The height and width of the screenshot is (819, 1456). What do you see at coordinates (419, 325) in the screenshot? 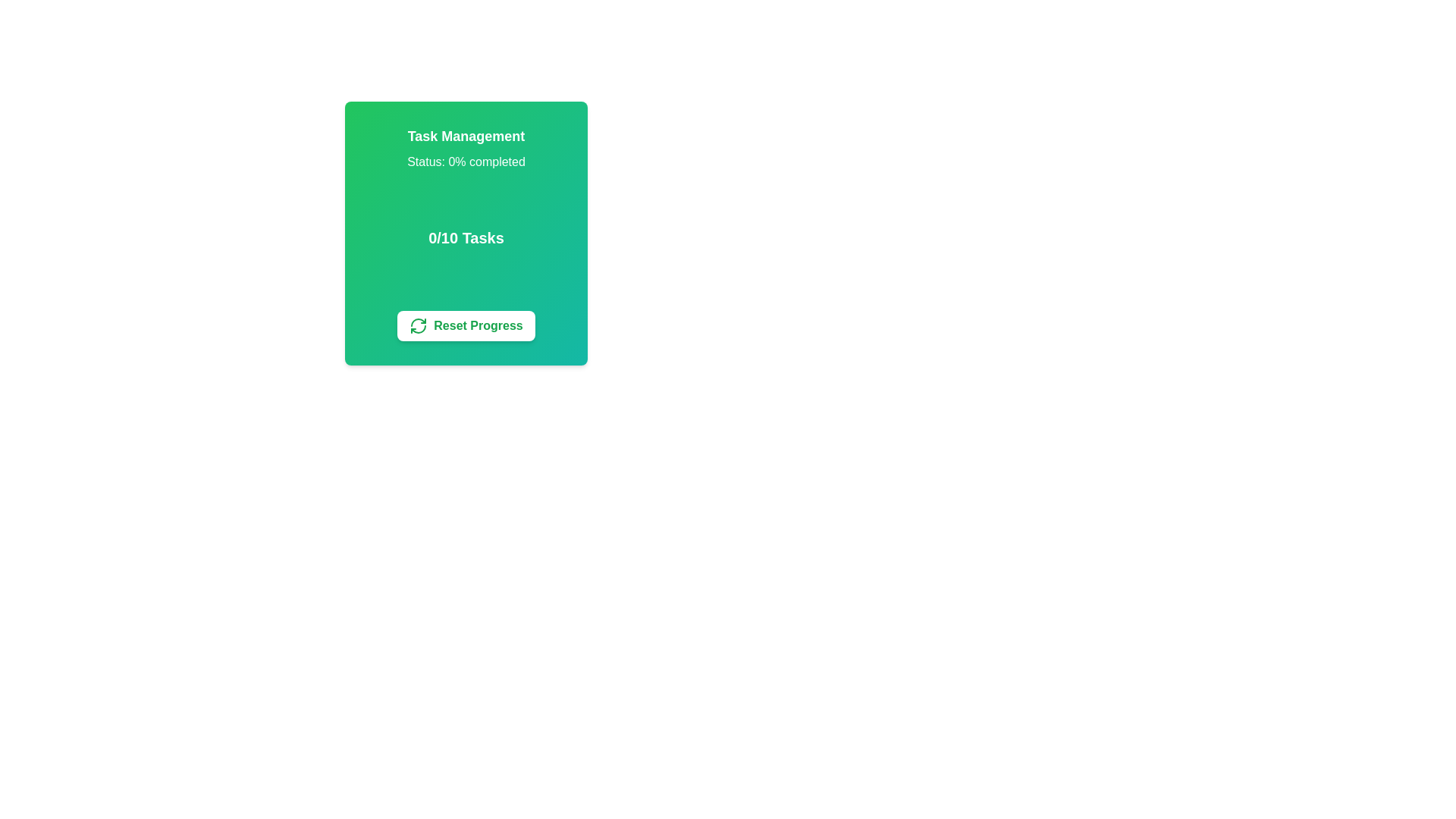
I see `the reset icon located at the top-left corner of the 'Reset Progress' button` at bounding box center [419, 325].